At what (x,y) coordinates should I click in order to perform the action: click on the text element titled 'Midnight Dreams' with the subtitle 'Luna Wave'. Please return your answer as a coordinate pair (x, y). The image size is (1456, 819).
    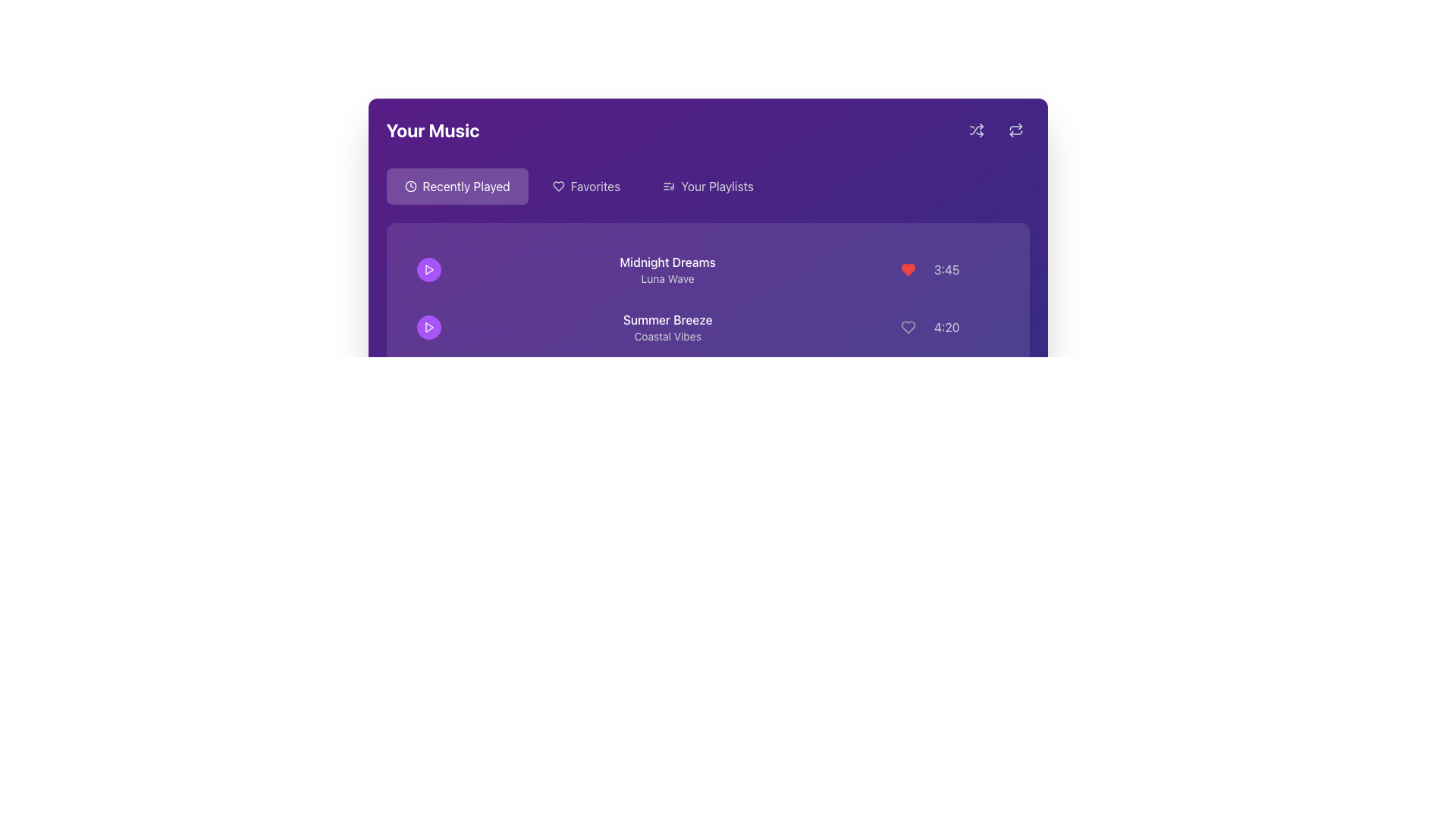
    Looking at the image, I should click on (667, 268).